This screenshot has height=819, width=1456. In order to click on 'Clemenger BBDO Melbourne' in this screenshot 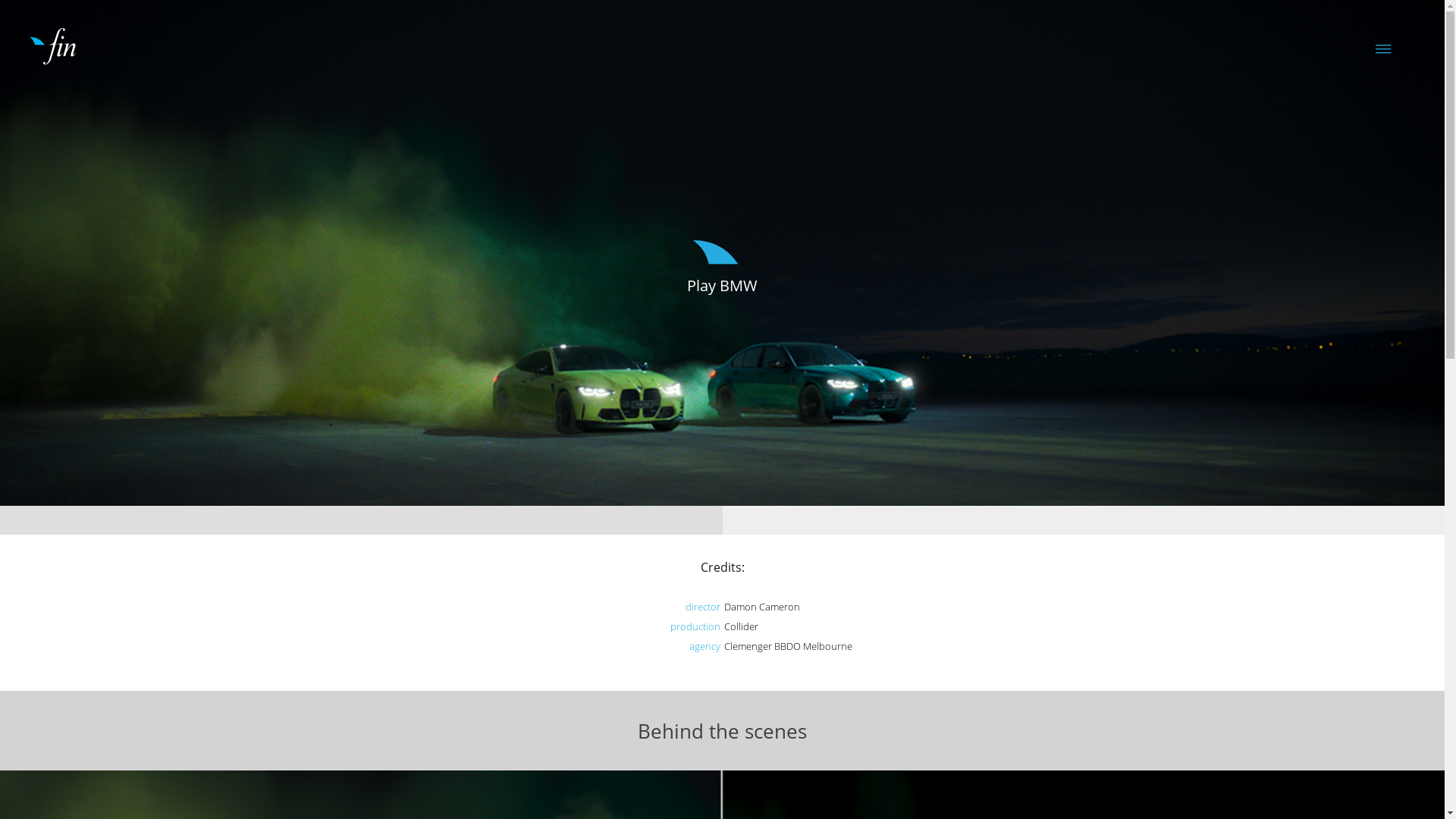, I will do `click(723, 646)`.